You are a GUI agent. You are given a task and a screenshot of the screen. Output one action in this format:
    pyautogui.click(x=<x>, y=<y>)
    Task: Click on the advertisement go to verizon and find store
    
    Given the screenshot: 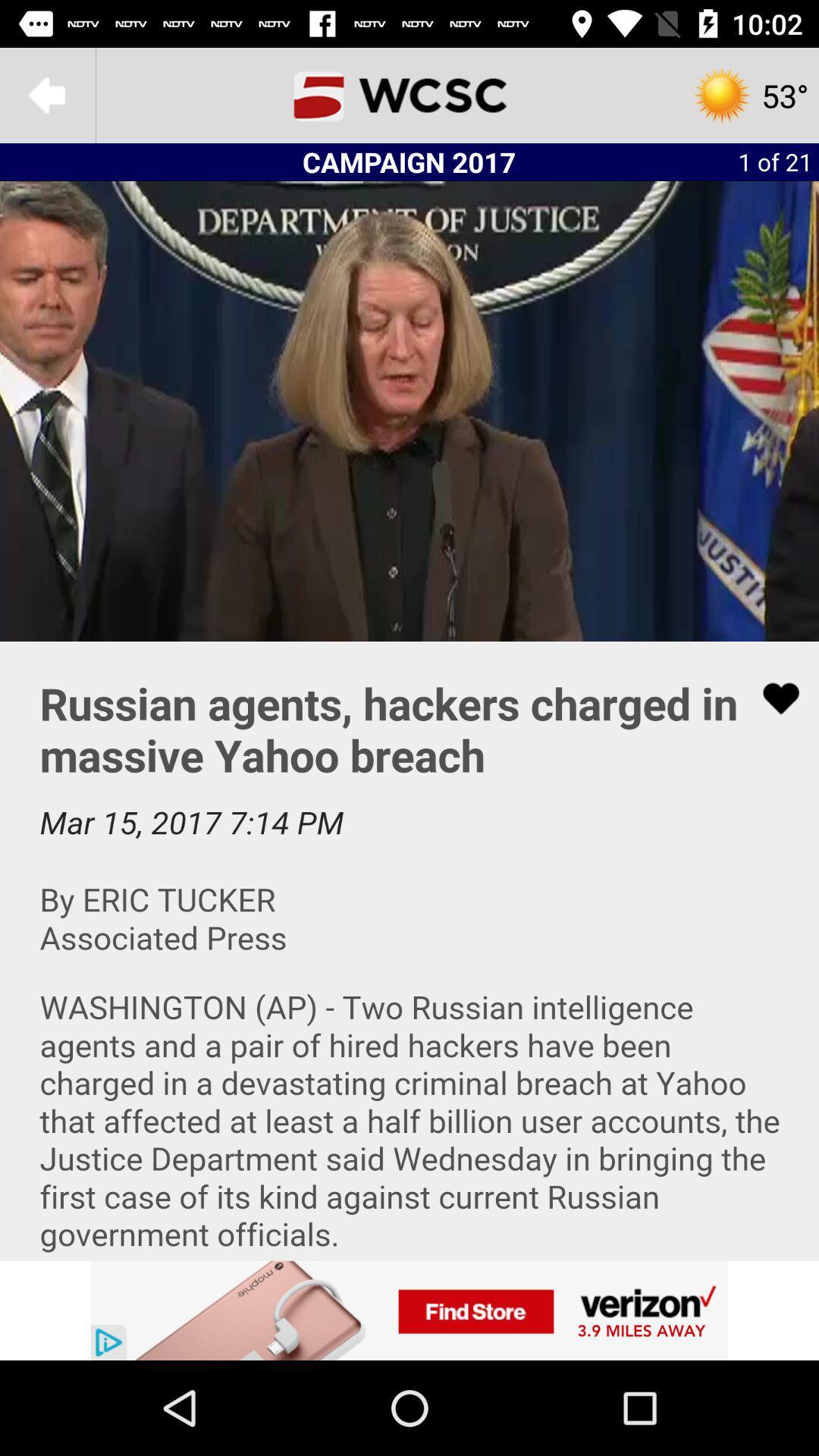 What is the action you would take?
    pyautogui.click(x=409, y=1310)
    